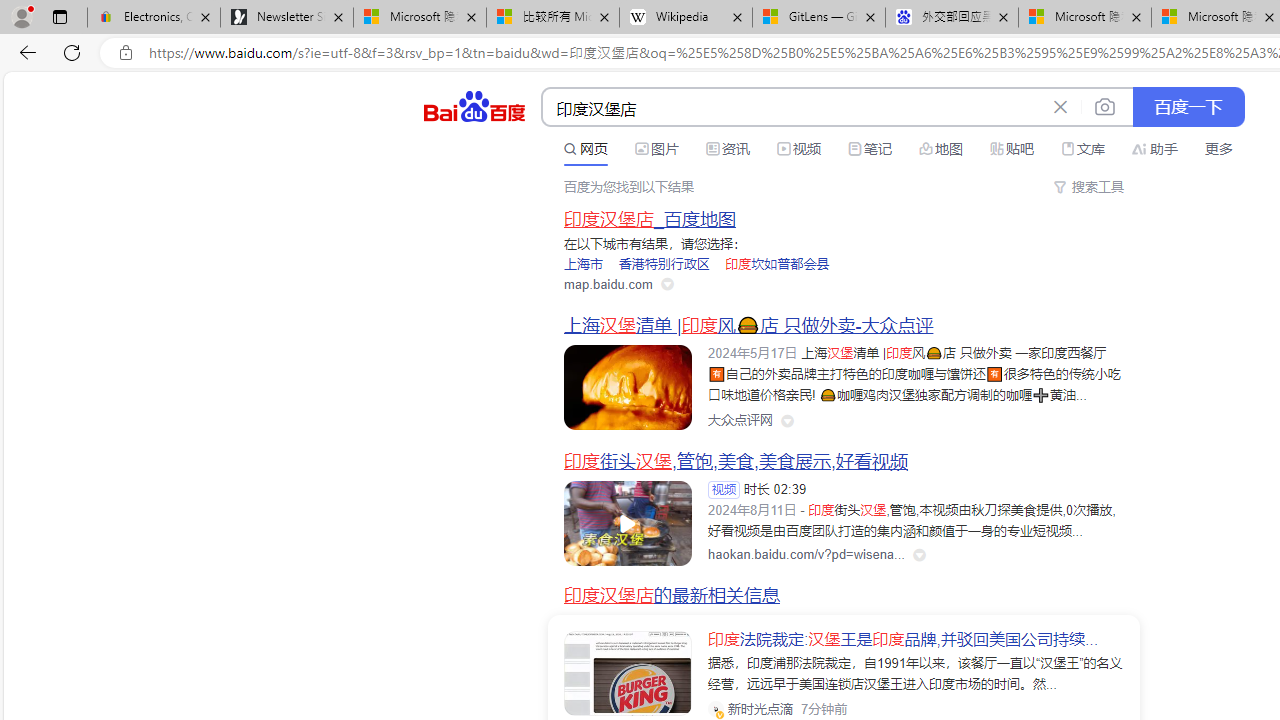 The height and width of the screenshot is (720, 1280). Describe the element at coordinates (153, 17) in the screenshot. I see `'Electronics, Cars, Fashion, Collectibles & More | eBay'` at that location.